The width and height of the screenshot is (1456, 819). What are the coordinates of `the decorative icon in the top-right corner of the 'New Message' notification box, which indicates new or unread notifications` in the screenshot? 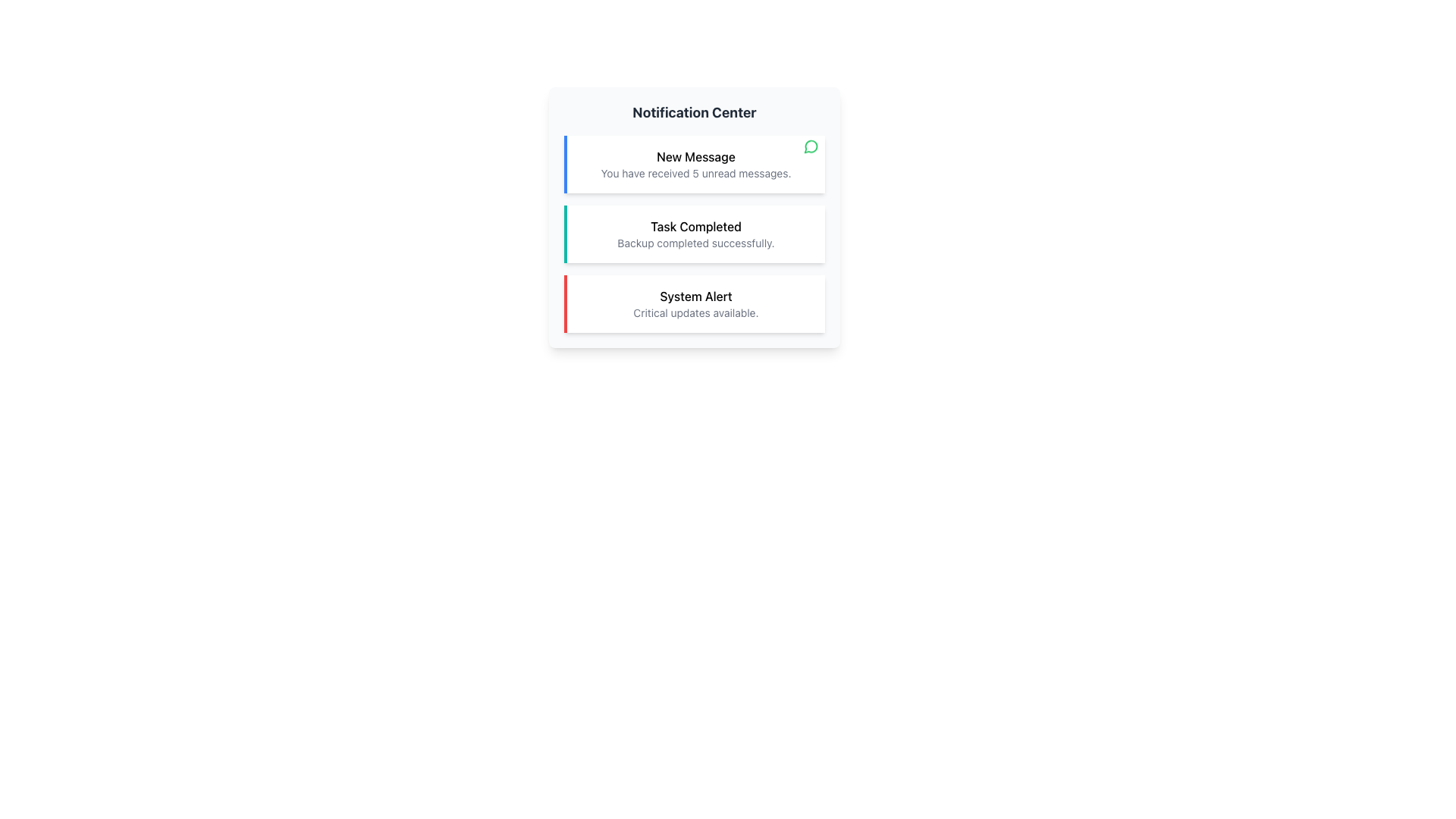 It's located at (811, 149).